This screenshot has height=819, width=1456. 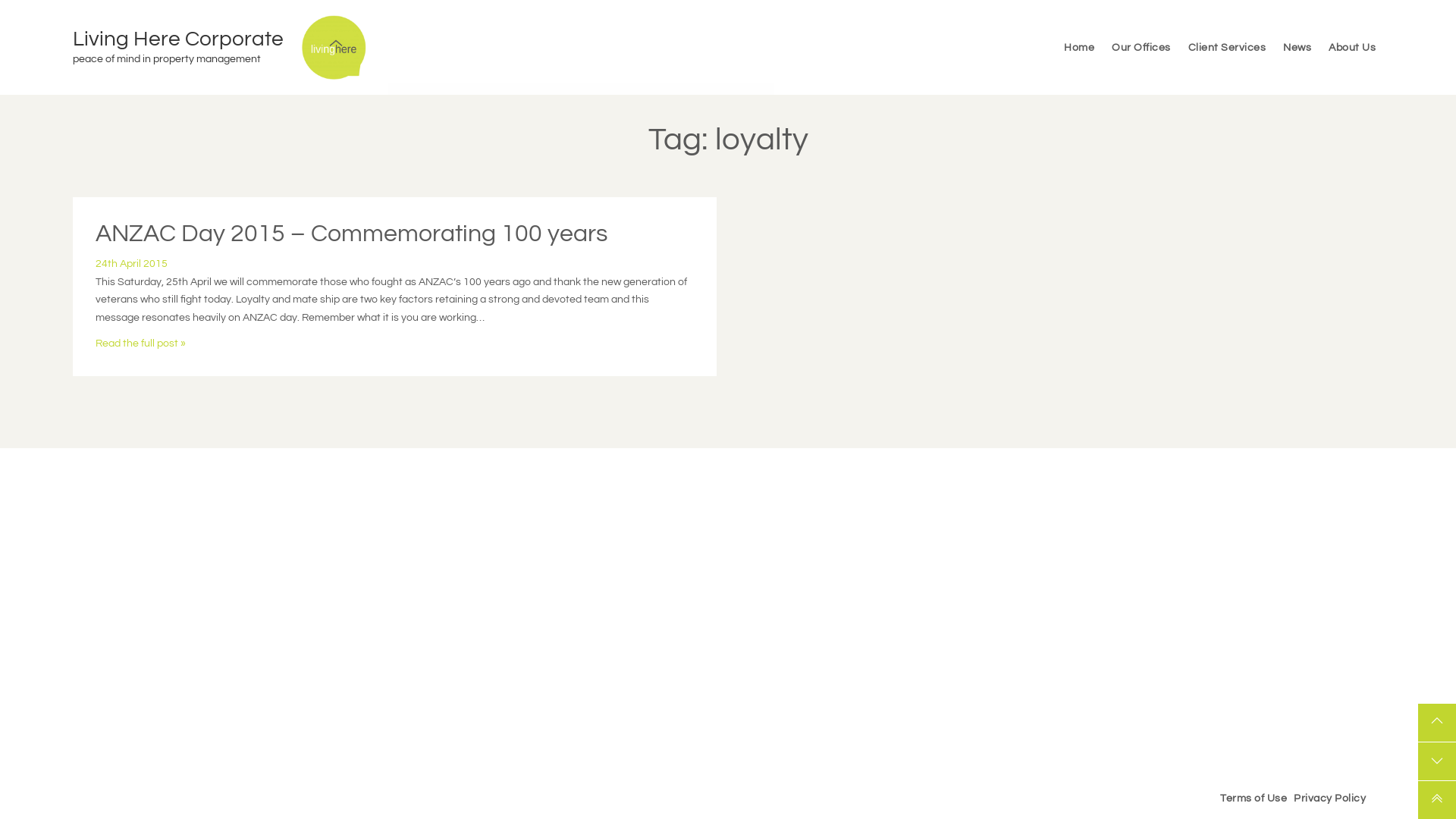 I want to click on '24th April 2015', so click(x=94, y=262).